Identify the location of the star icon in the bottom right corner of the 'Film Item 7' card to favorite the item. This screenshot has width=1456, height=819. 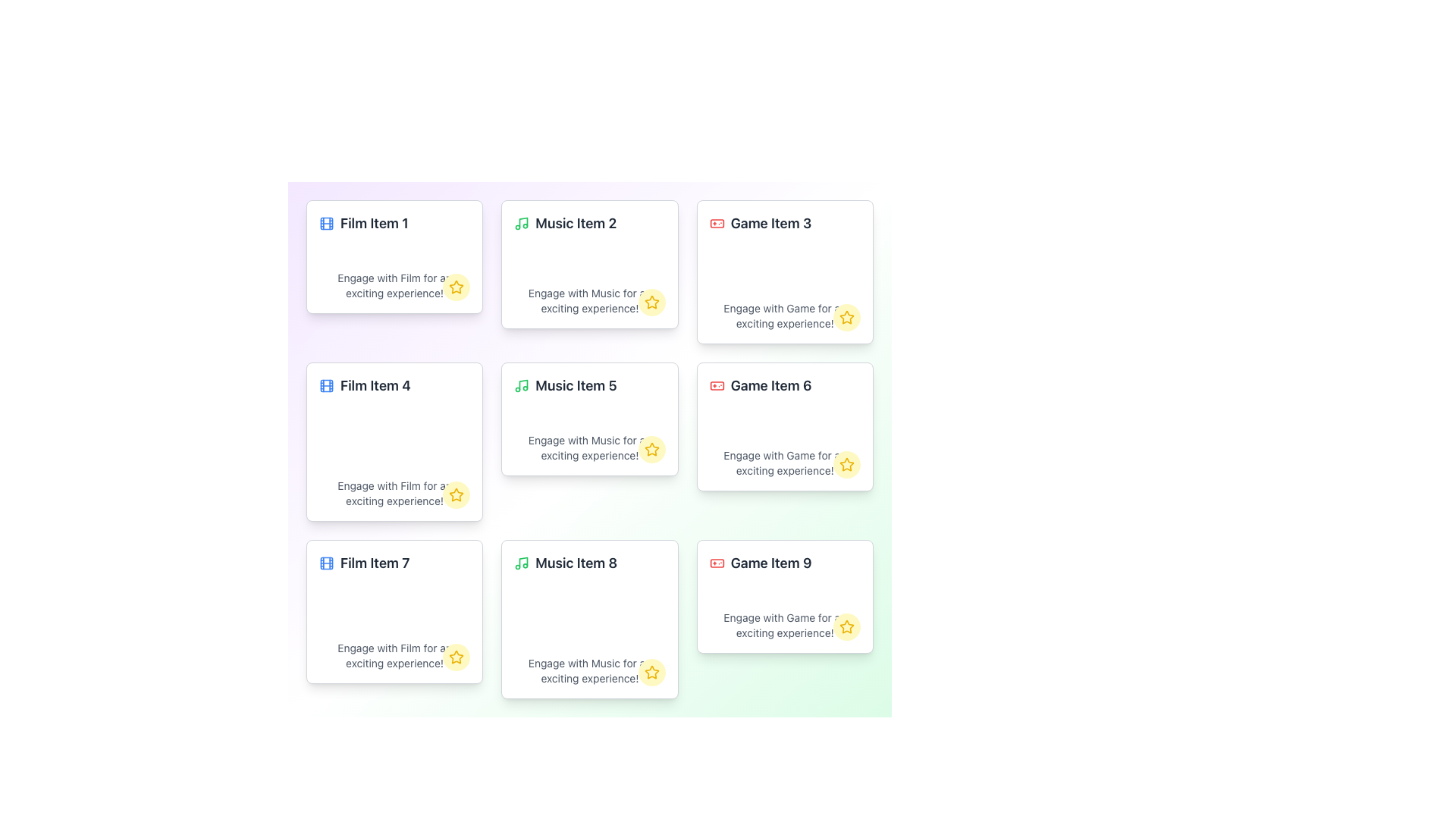
(456, 657).